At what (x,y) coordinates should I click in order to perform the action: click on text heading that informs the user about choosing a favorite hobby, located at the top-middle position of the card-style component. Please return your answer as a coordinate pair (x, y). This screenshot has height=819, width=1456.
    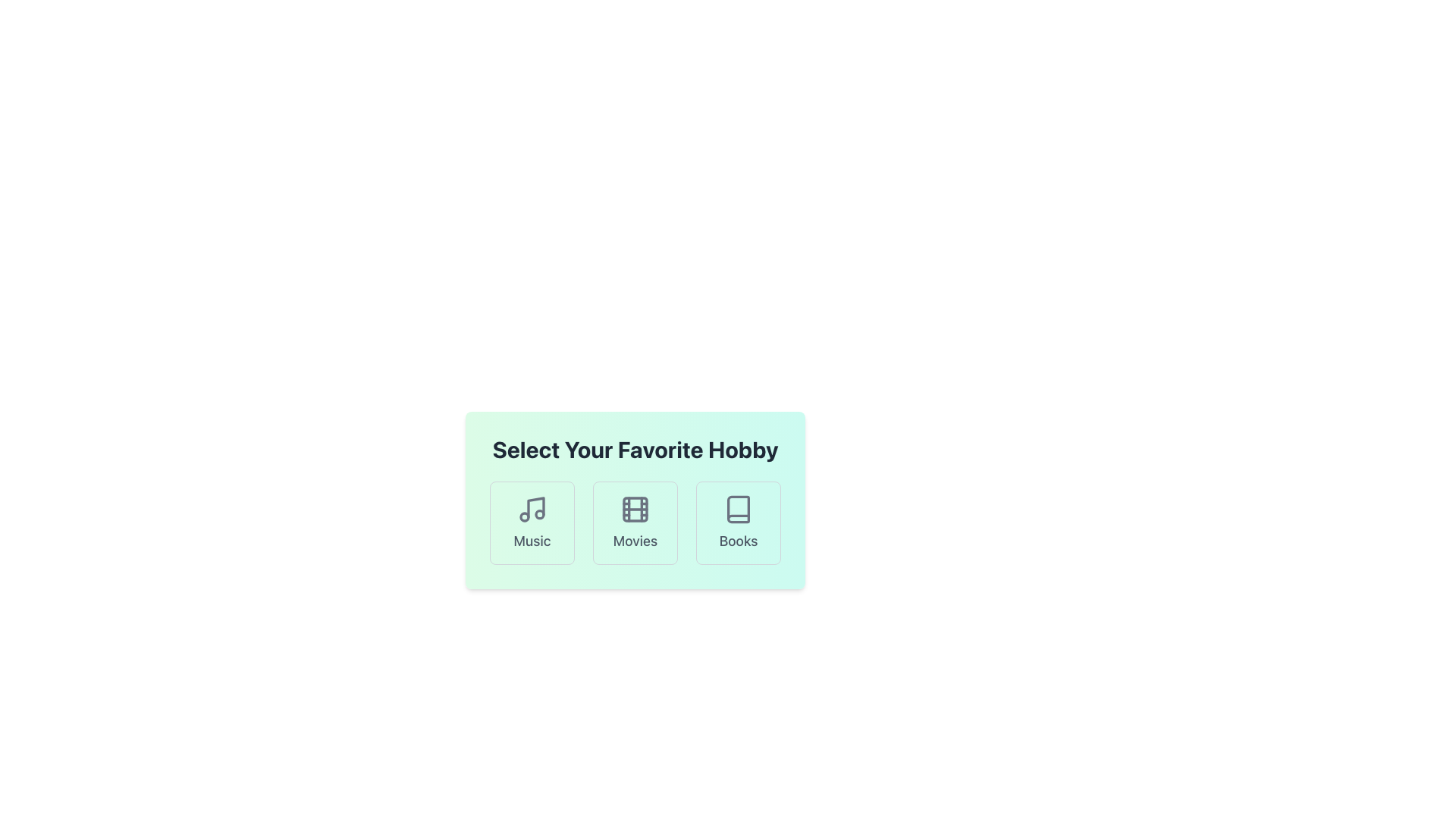
    Looking at the image, I should click on (635, 449).